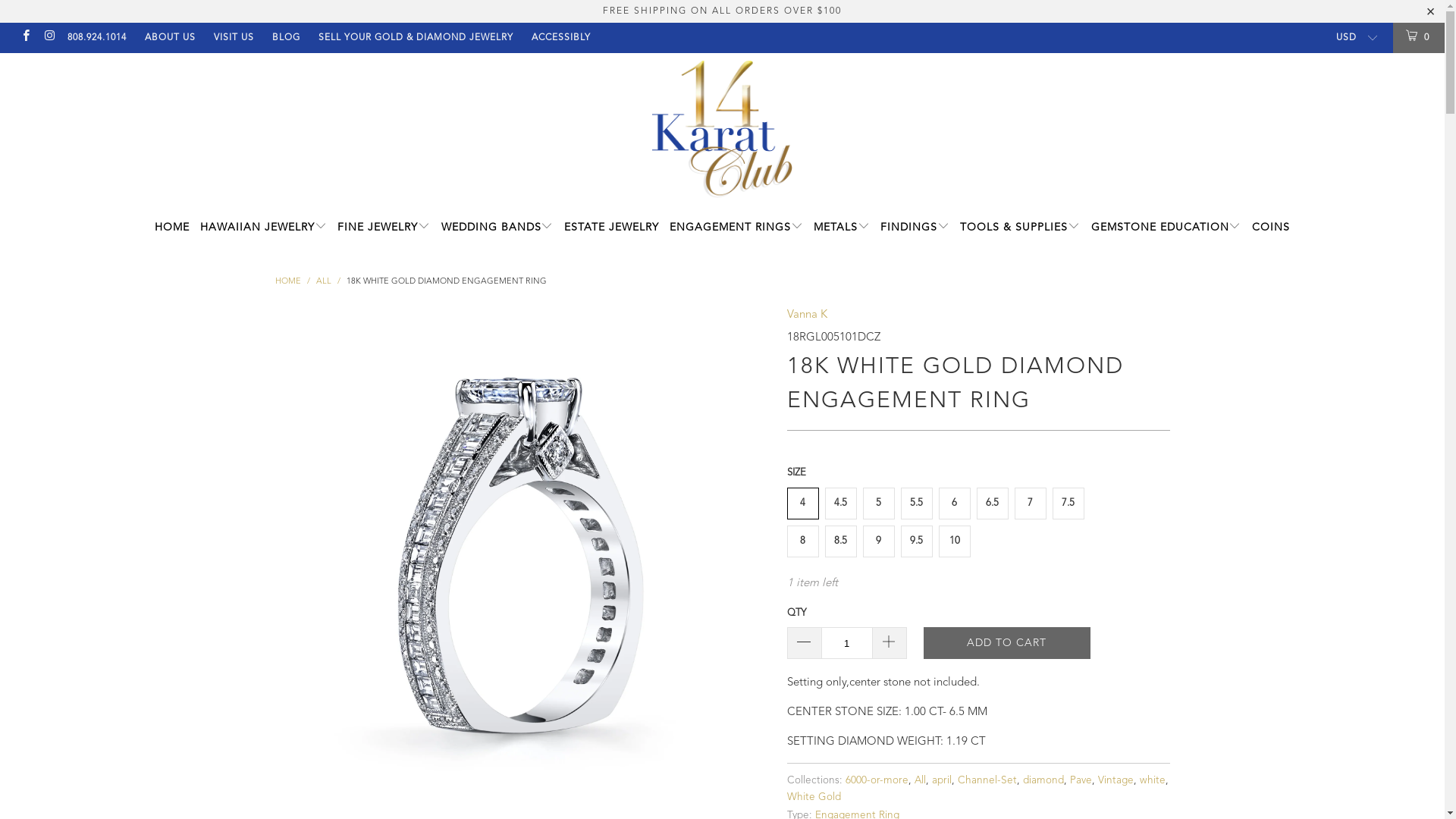 Image resolution: width=1456 pixels, height=819 pixels. I want to click on '808.924.1014', so click(95, 37).